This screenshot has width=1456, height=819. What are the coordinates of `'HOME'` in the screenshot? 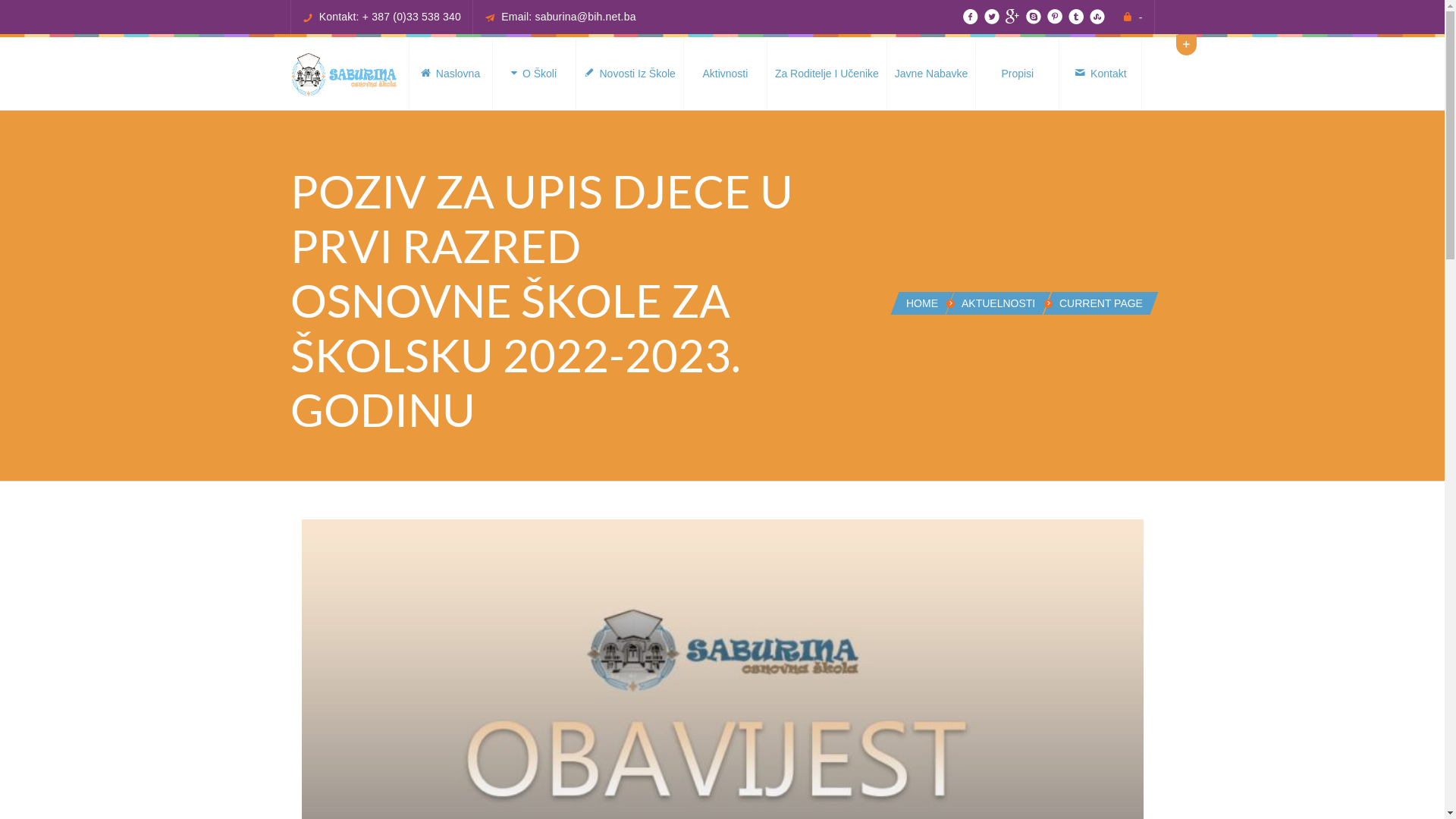 It's located at (921, 303).